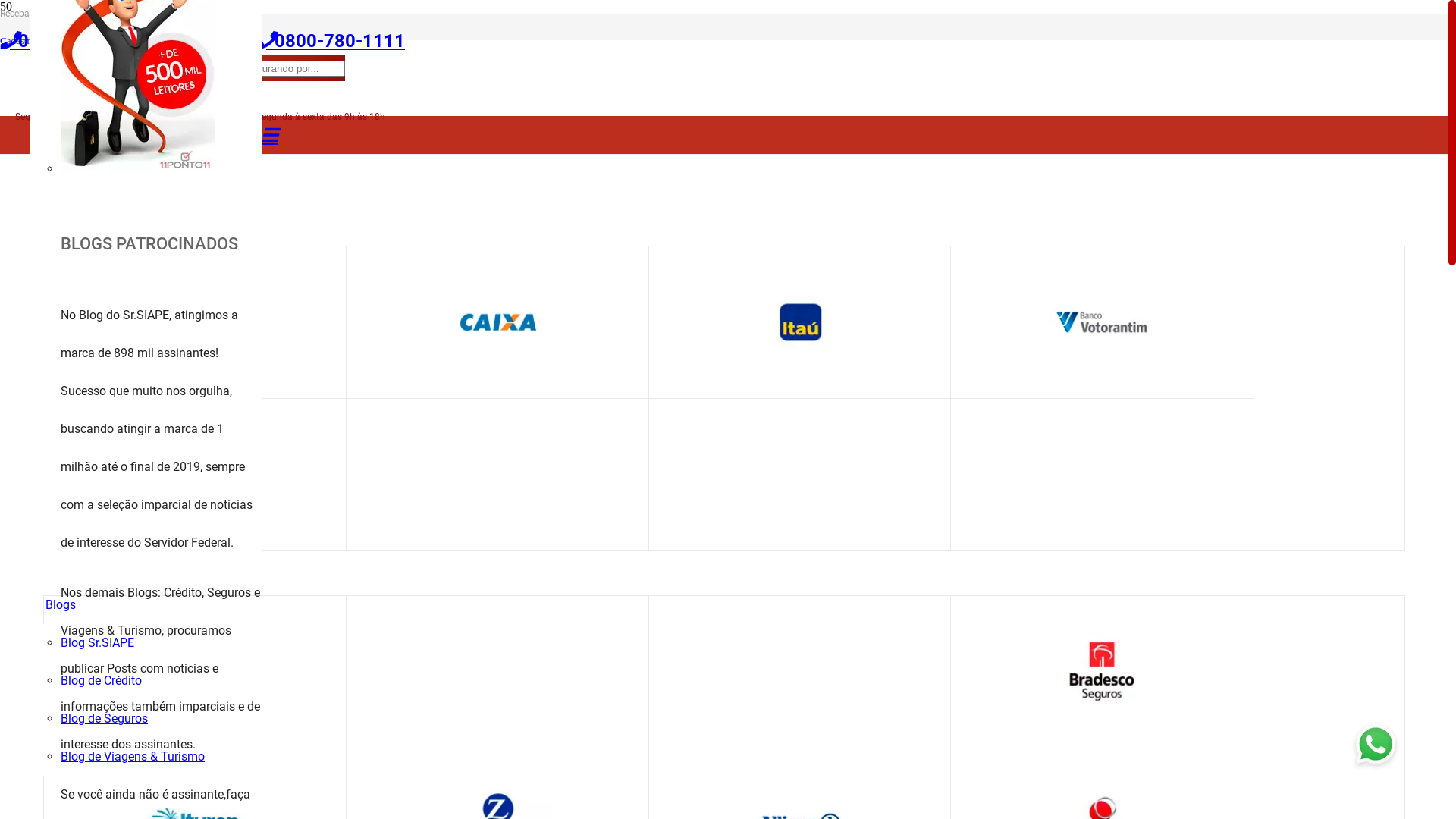  What do you see at coordinates (61, 604) in the screenshot?
I see `'Blogs'` at bounding box center [61, 604].